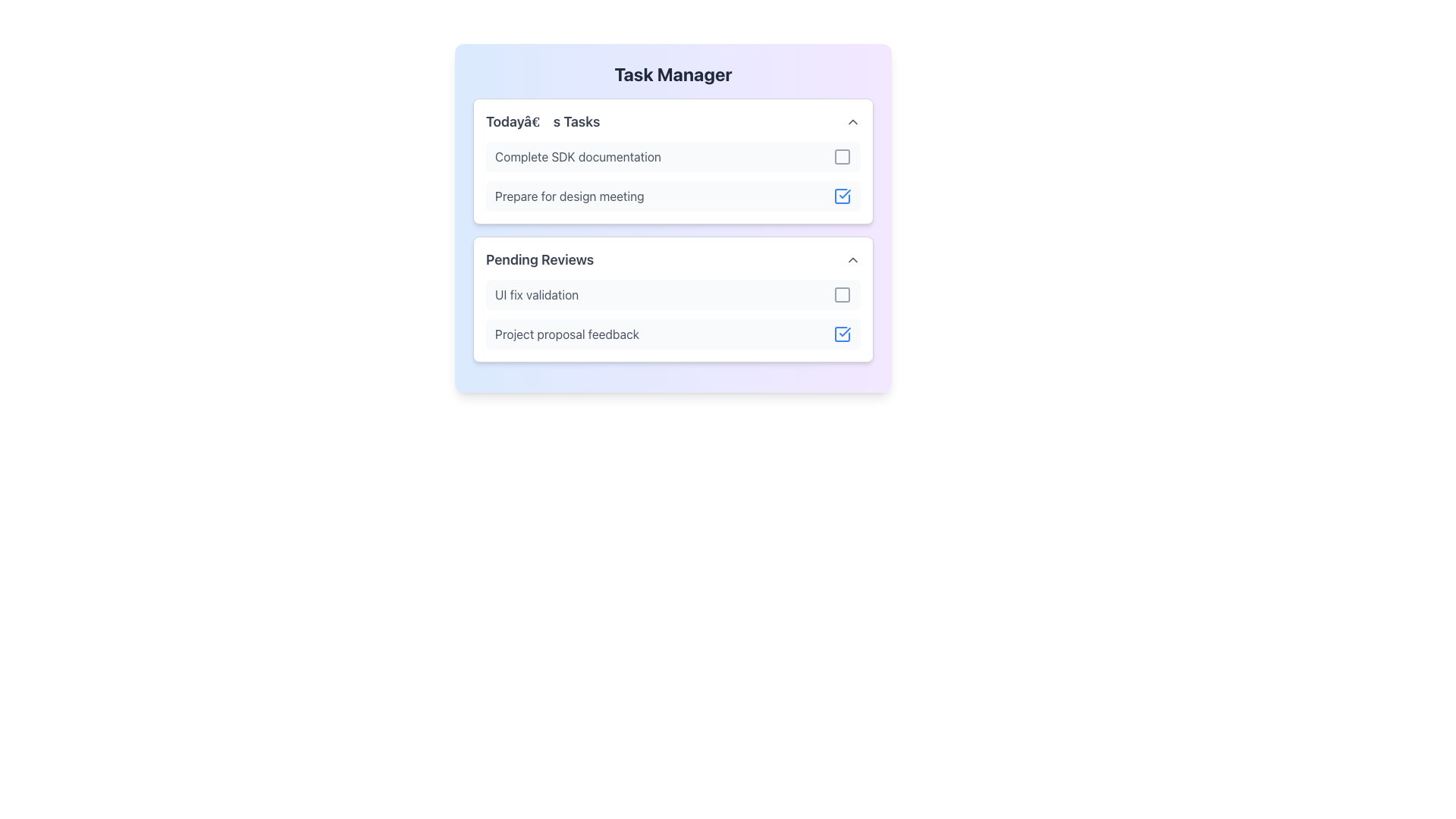  Describe the element at coordinates (543, 121) in the screenshot. I see `the text label displaying 'Today’s Tasks' which is located in the top-left section of the light blue card interface under the 'Task Manager' heading` at that location.